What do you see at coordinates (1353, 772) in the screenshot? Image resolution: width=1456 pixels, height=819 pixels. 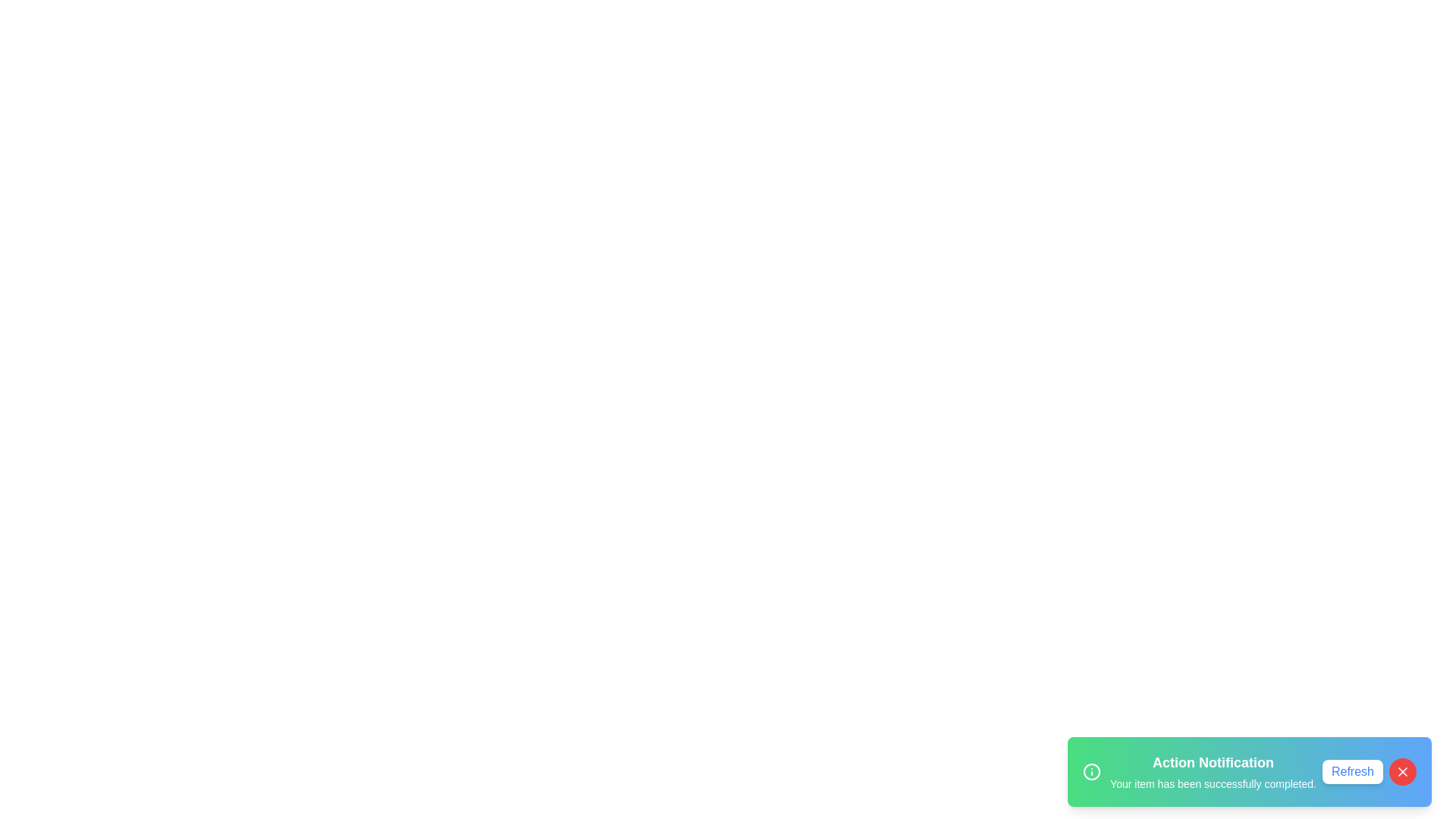 I see `the 'Refresh' button to trigger the refresh action` at bounding box center [1353, 772].